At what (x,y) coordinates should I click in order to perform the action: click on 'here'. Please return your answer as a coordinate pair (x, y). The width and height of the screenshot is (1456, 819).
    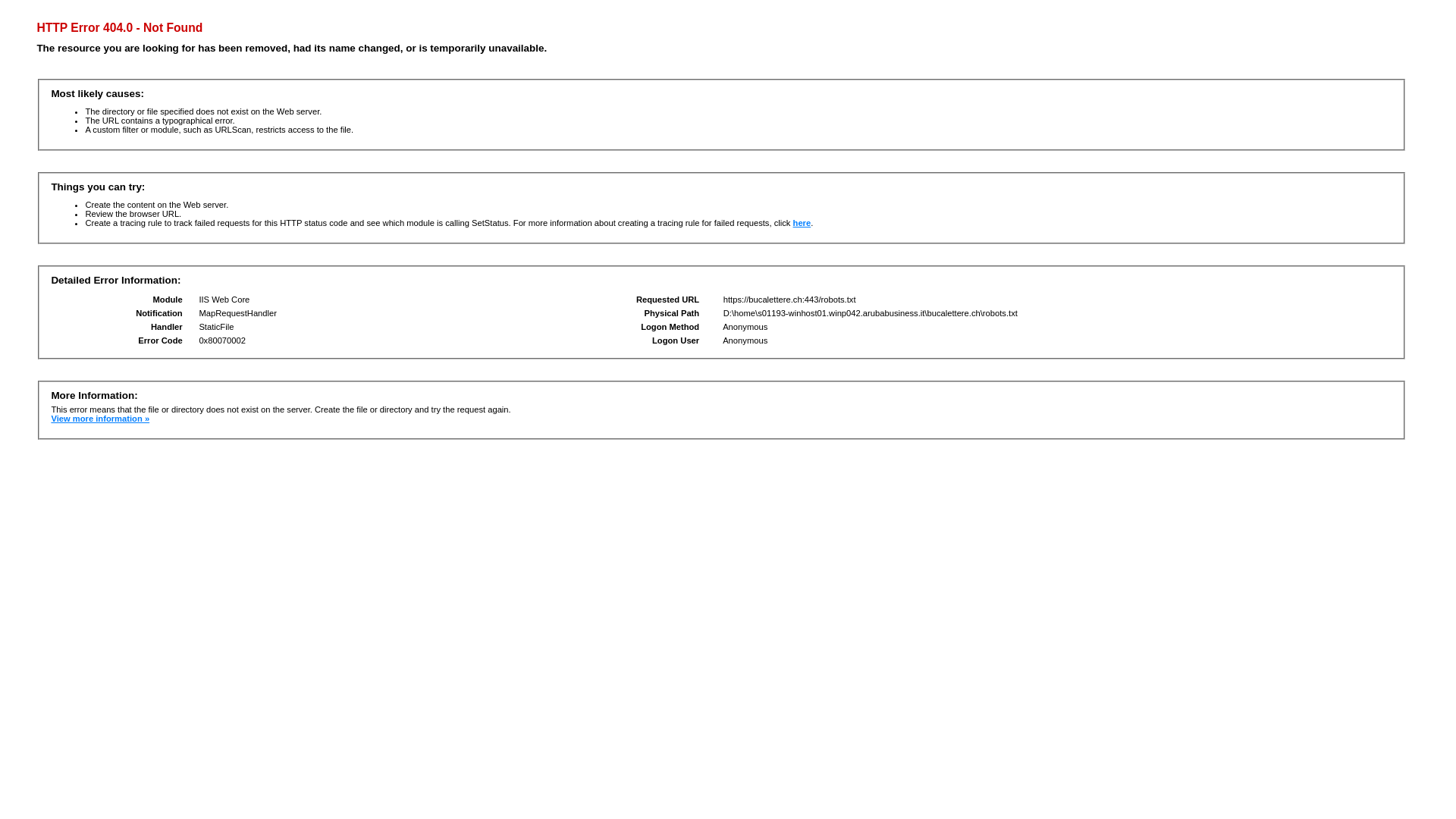
    Looking at the image, I should click on (792, 222).